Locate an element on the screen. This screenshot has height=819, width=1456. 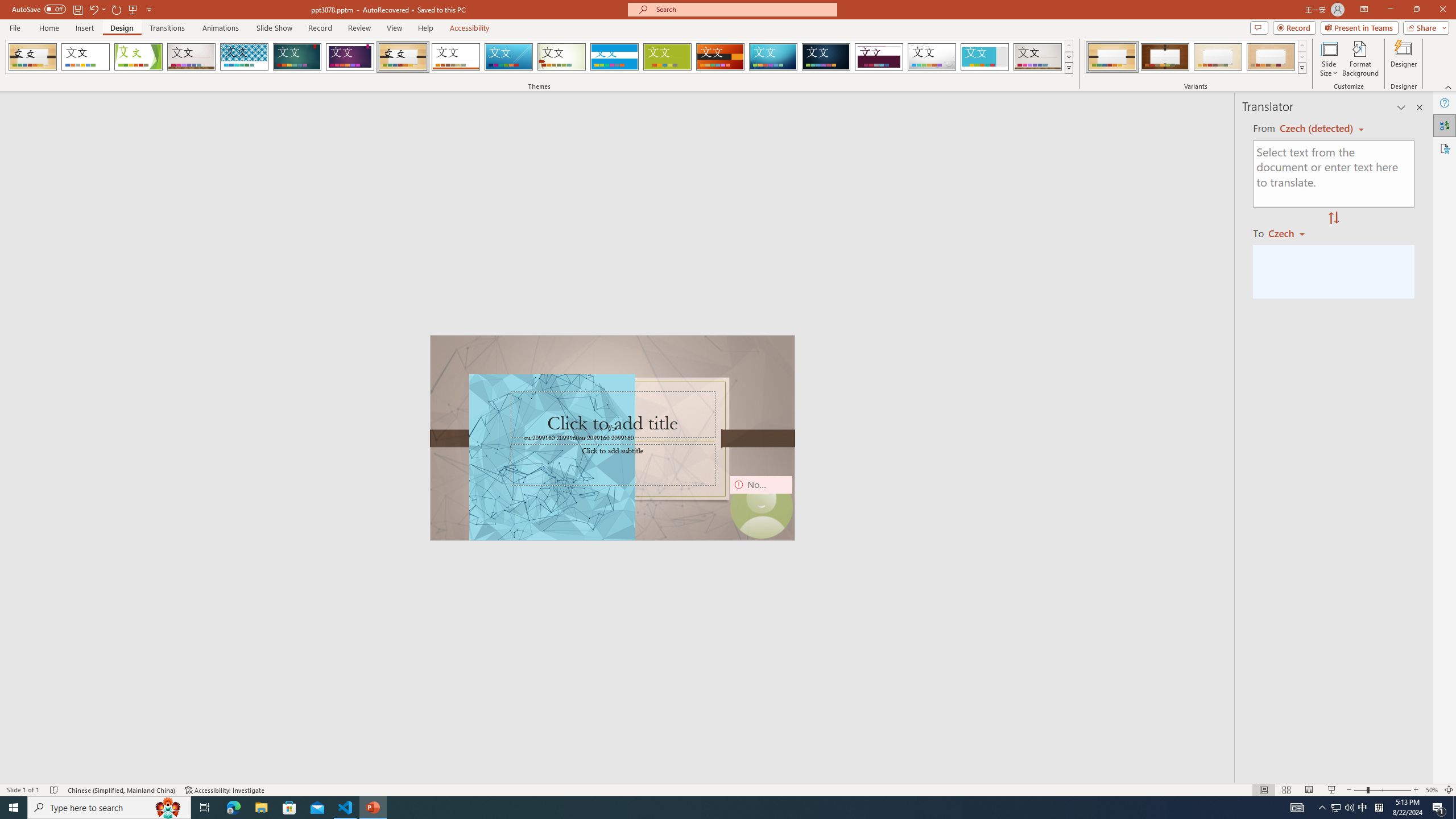
'Variants' is located at coordinates (1301, 67).